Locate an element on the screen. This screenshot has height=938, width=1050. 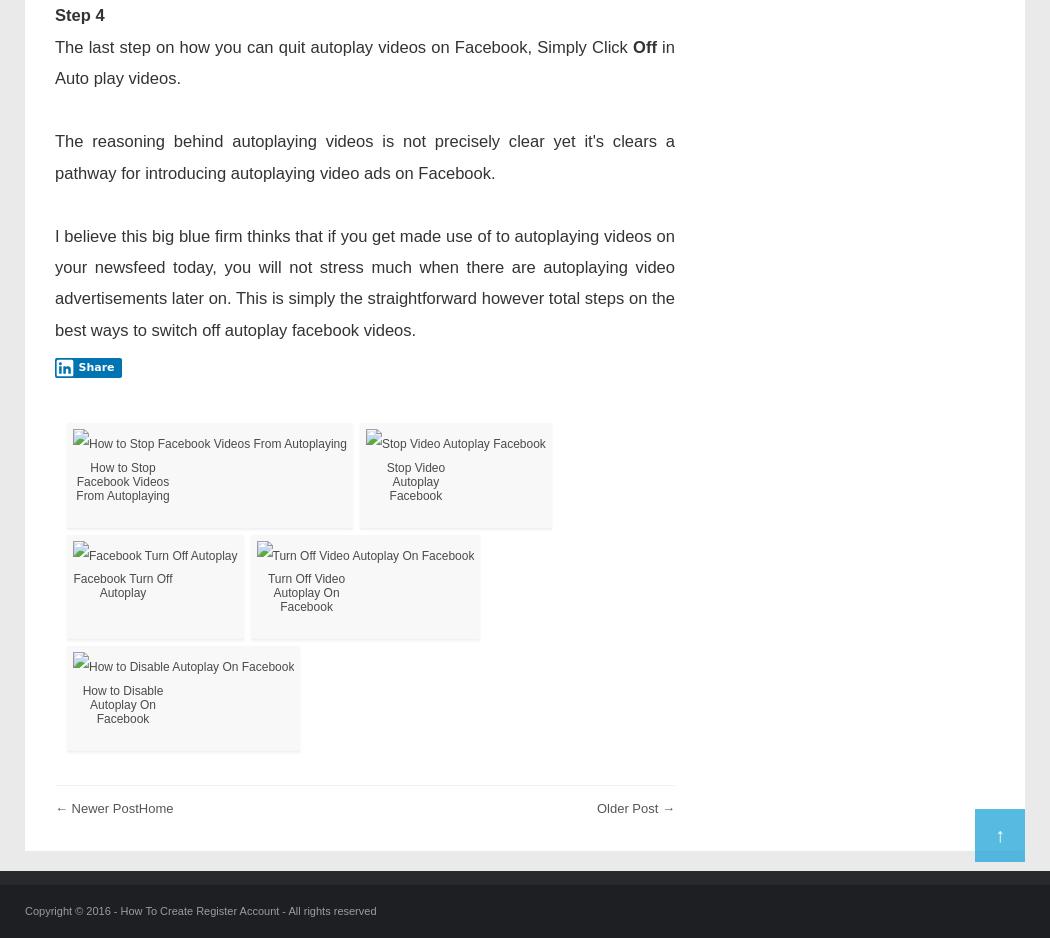
'I believe this big blue firm thinks that if you get made use of to autoplaying videos on your newsfeed today, you will not stress much when there are autoplaying video advertisements later on. This is simply the straightforward however total steps on the best ways to switch off autoplay facebook videos.' is located at coordinates (363, 282).